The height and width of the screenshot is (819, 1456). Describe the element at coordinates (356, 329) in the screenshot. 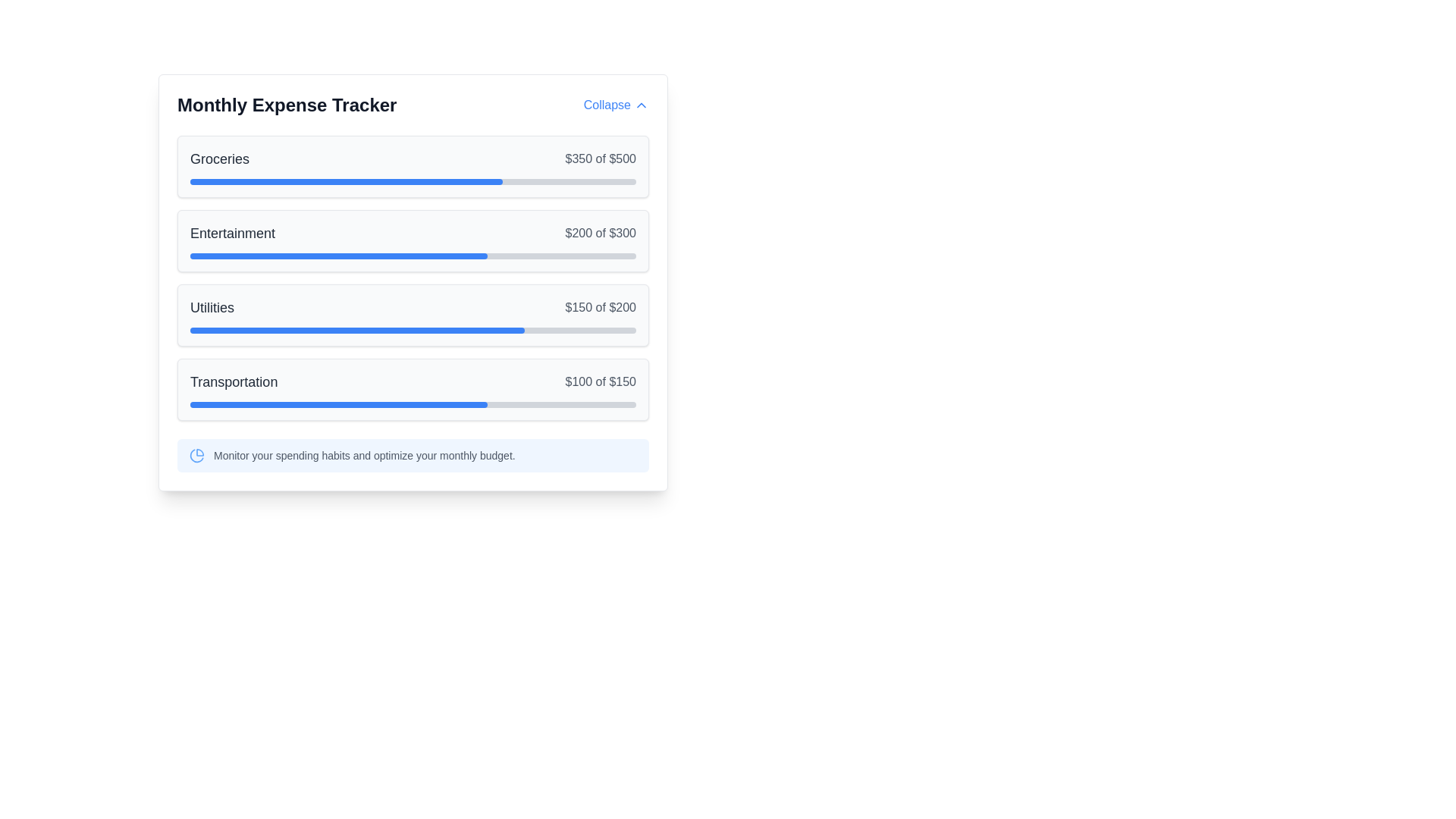

I see `the filled segment of the blue progress bar representing the 'Utilities' completion percentage, located under the 'Monthly Expense Tracker' header` at that location.